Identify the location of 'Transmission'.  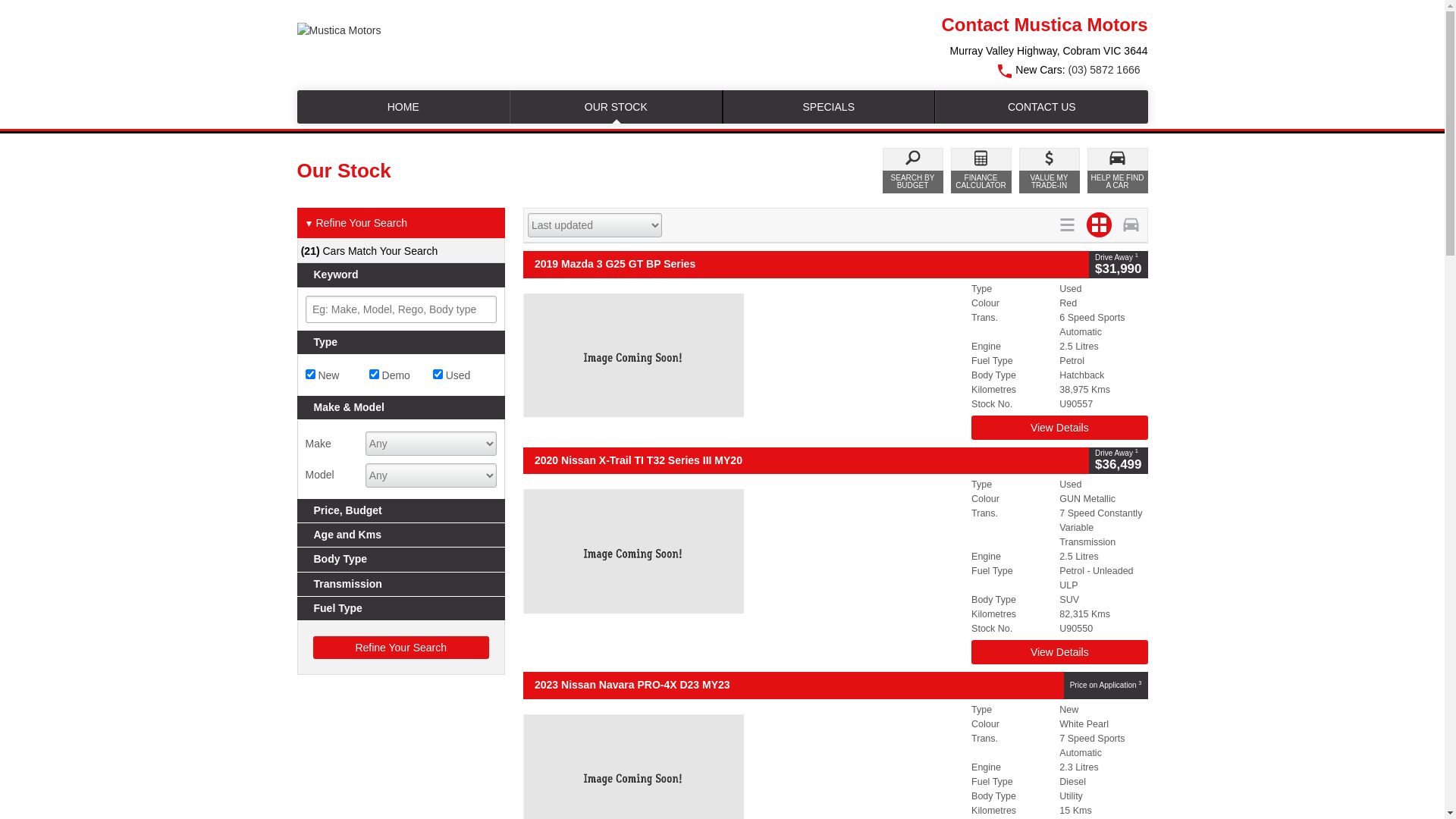
(401, 583).